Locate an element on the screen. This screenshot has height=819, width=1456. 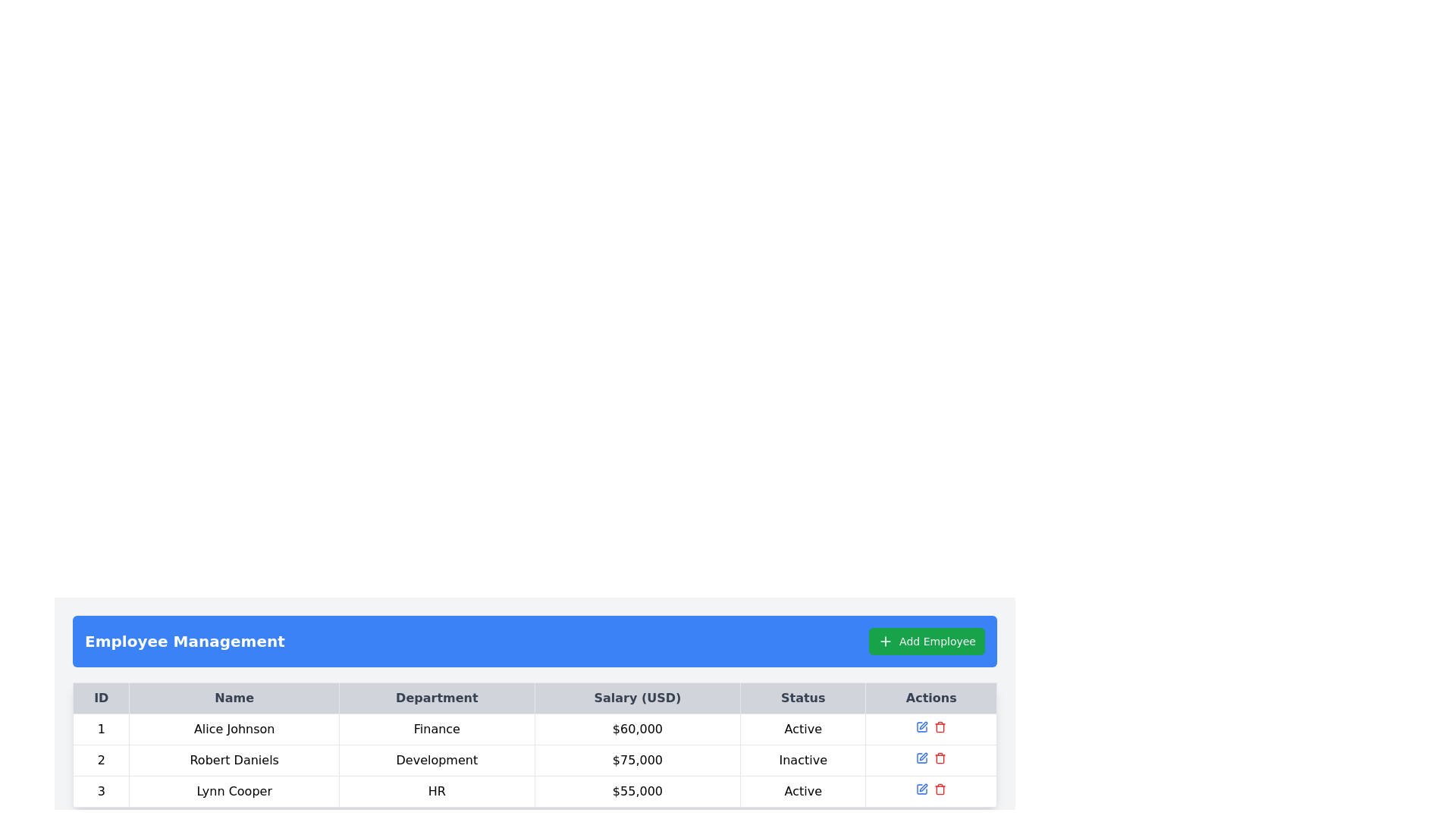
the plus sign icon within the green 'Add Employee' button located in the top-right corner above the employee management table is located at coordinates (886, 641).